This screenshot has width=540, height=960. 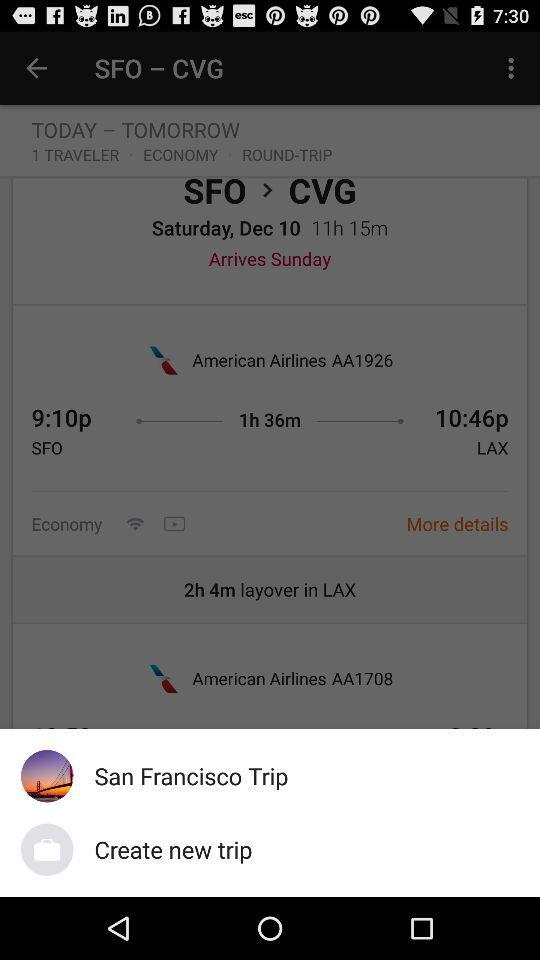 What do you see at coordinates (270, 464) in the screenshot?
I see `the icon at the center` at bounding box center [270, 464].